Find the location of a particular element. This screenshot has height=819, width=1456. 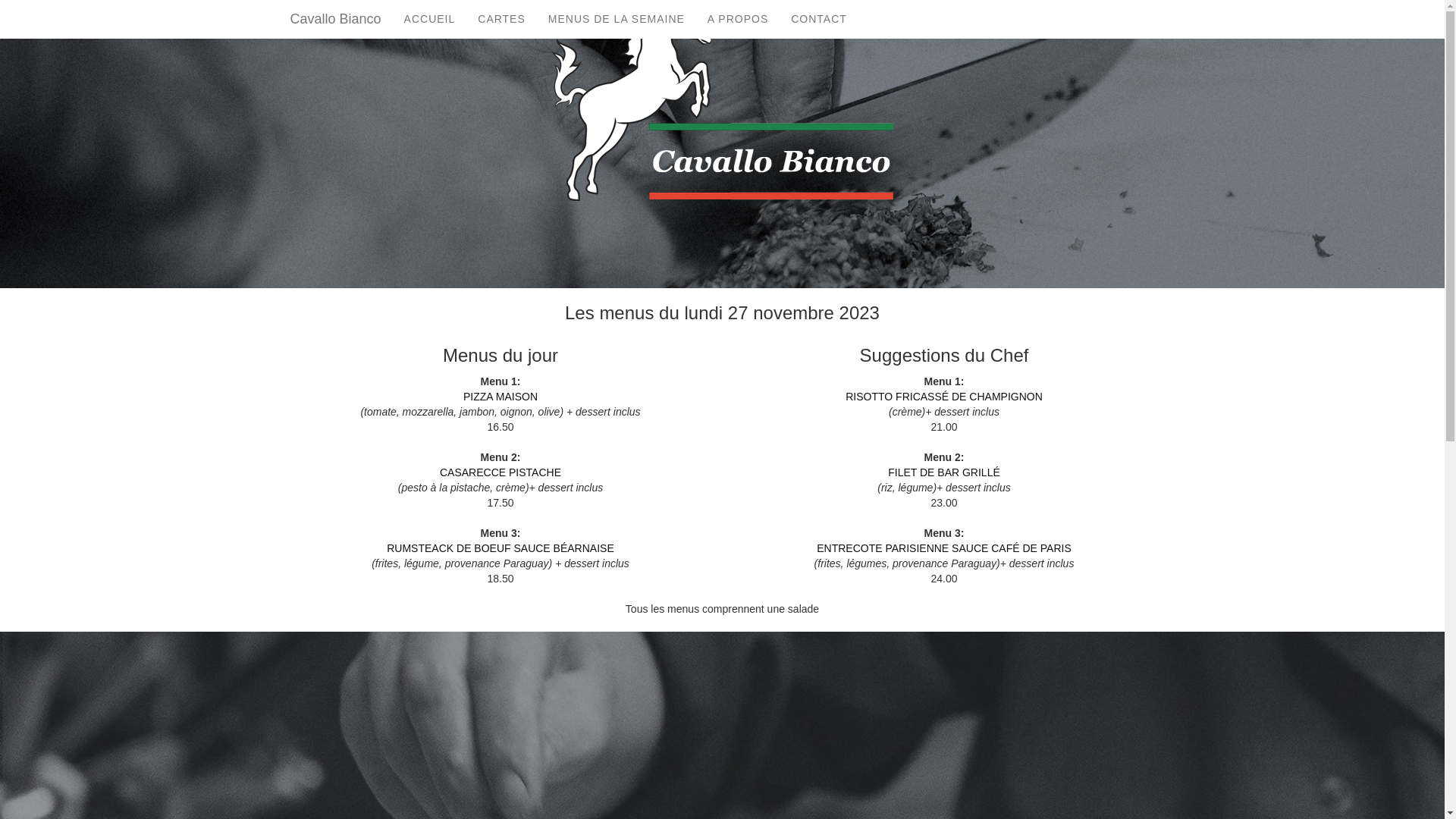

'CARTES' is located at coordinates (501, 18).